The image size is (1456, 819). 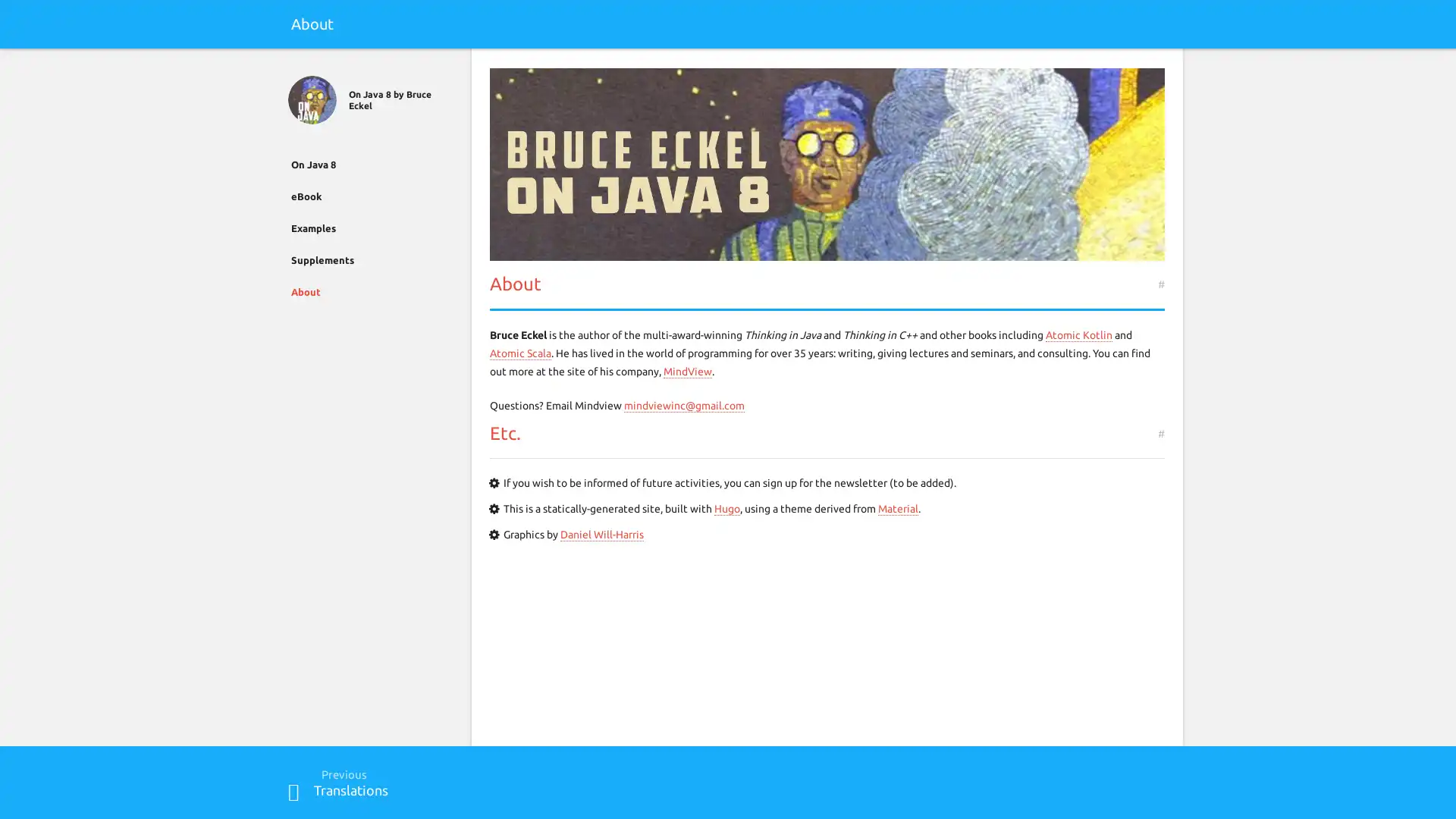 What do you see at coordinates (293, 66) in the screenshot?
I see `Close` at bounding box center [293, 66].